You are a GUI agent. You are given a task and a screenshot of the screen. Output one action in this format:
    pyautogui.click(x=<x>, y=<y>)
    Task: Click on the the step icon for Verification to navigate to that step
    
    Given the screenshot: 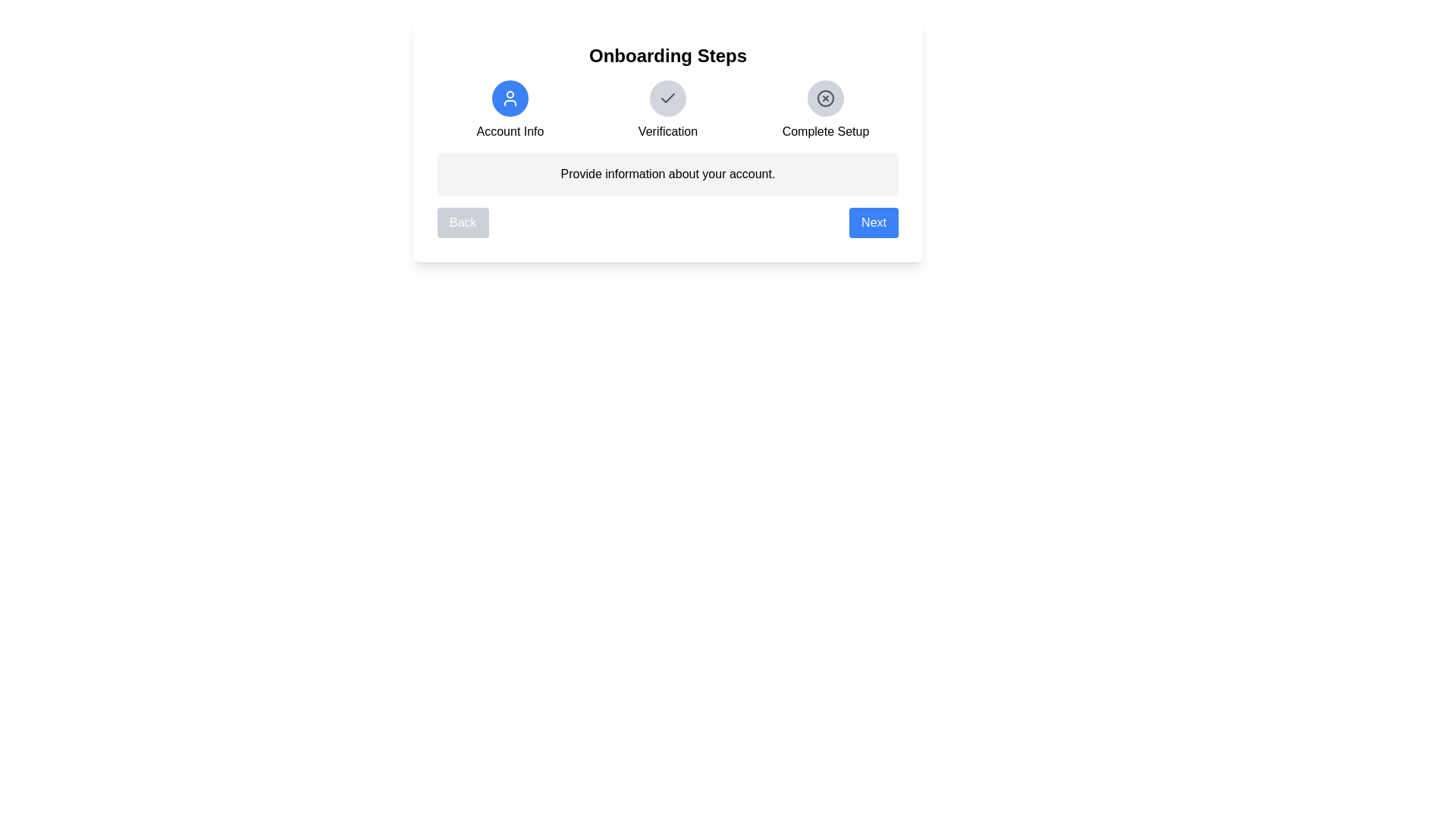 What is the action you would take?
    pyautogui.click(x=667, y=99)
    